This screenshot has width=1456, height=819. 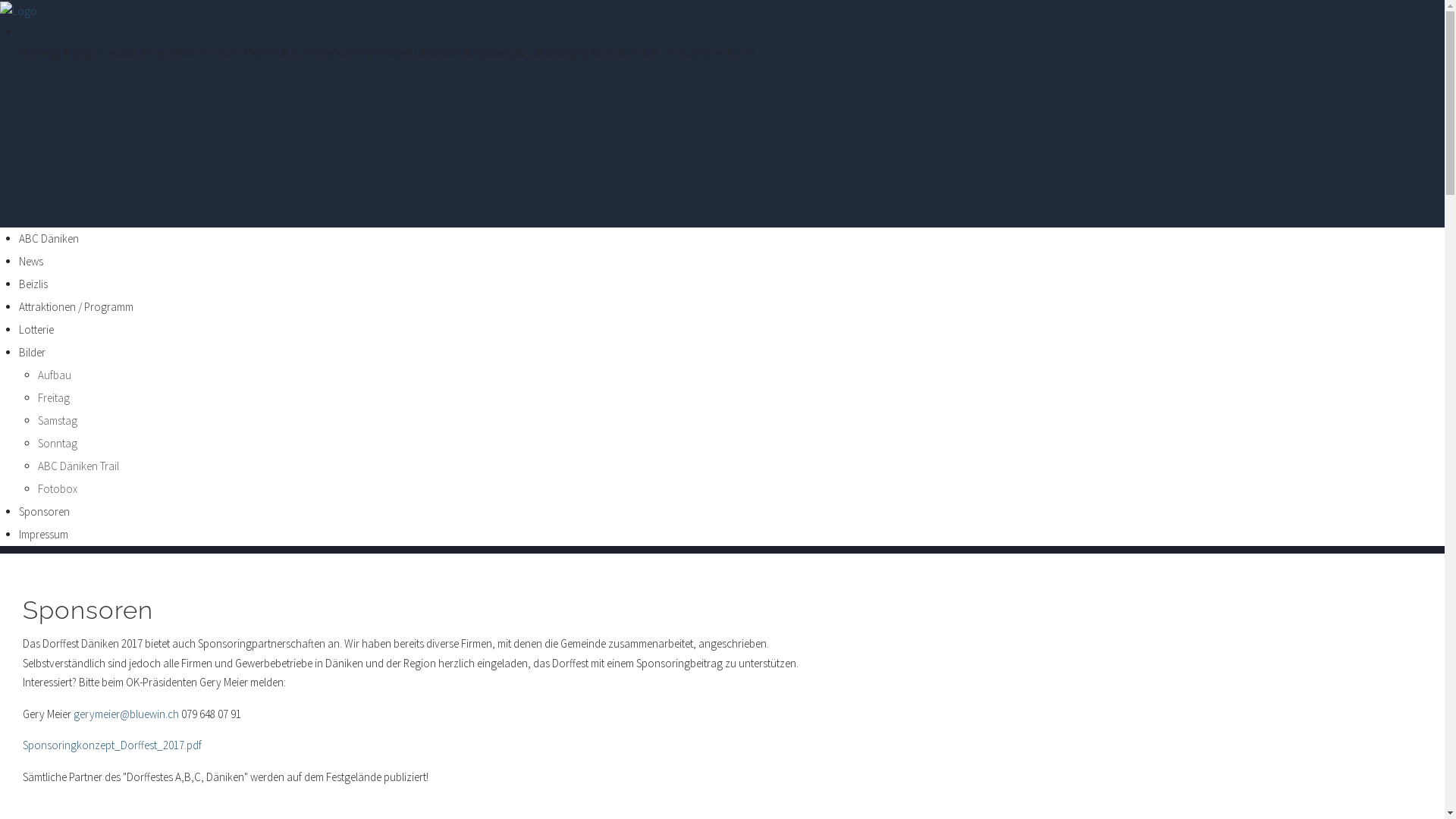 I want to click on 'Sponsoren', so click(x=86, y=609).